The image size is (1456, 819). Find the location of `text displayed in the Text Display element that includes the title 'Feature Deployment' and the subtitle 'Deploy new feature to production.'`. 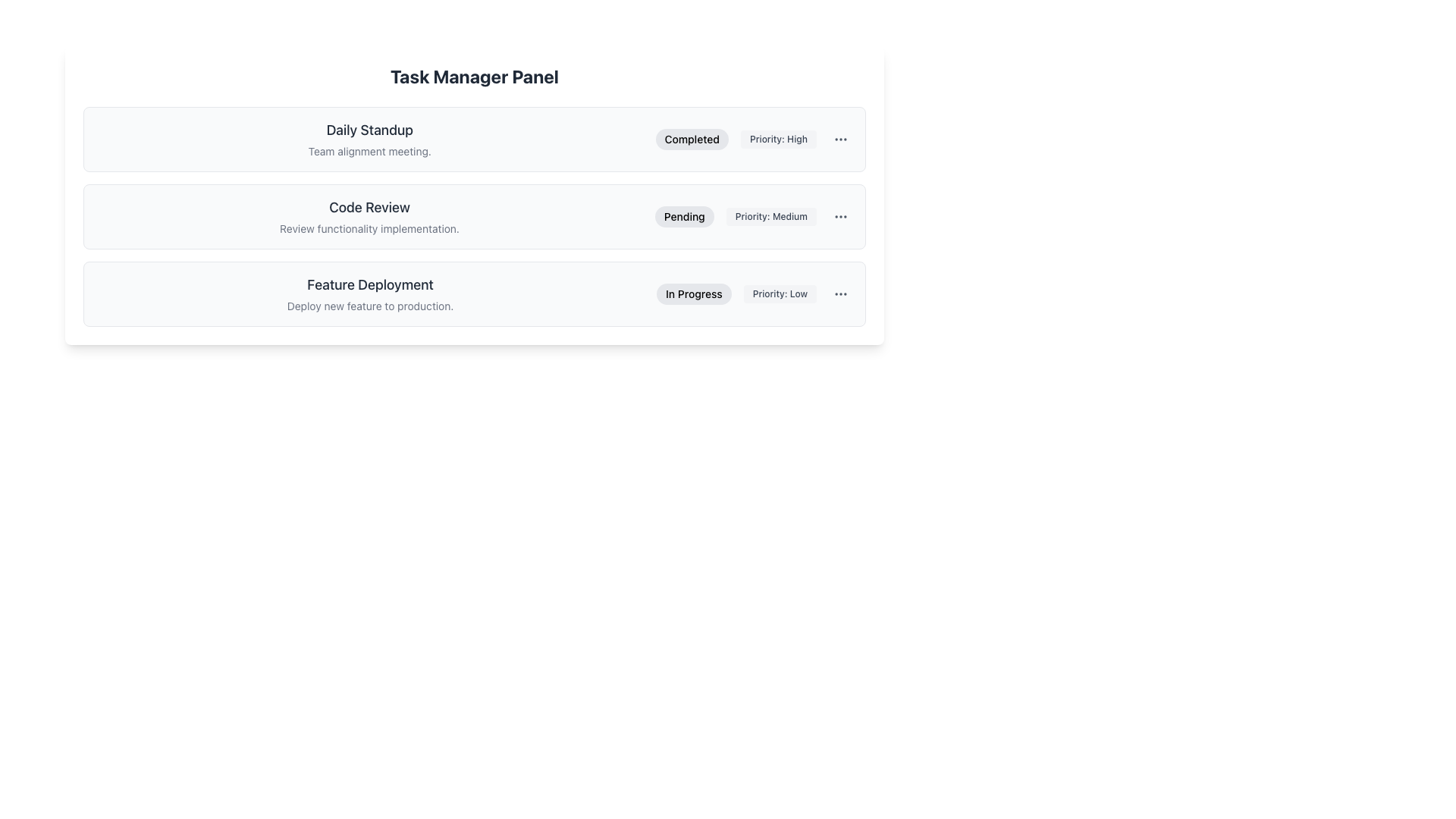

text displayed in the Text Display element that includes the title 'Feature Deployment' and the subtitle 'Deploy new feature to production.' is located at coordinates (370, 294).